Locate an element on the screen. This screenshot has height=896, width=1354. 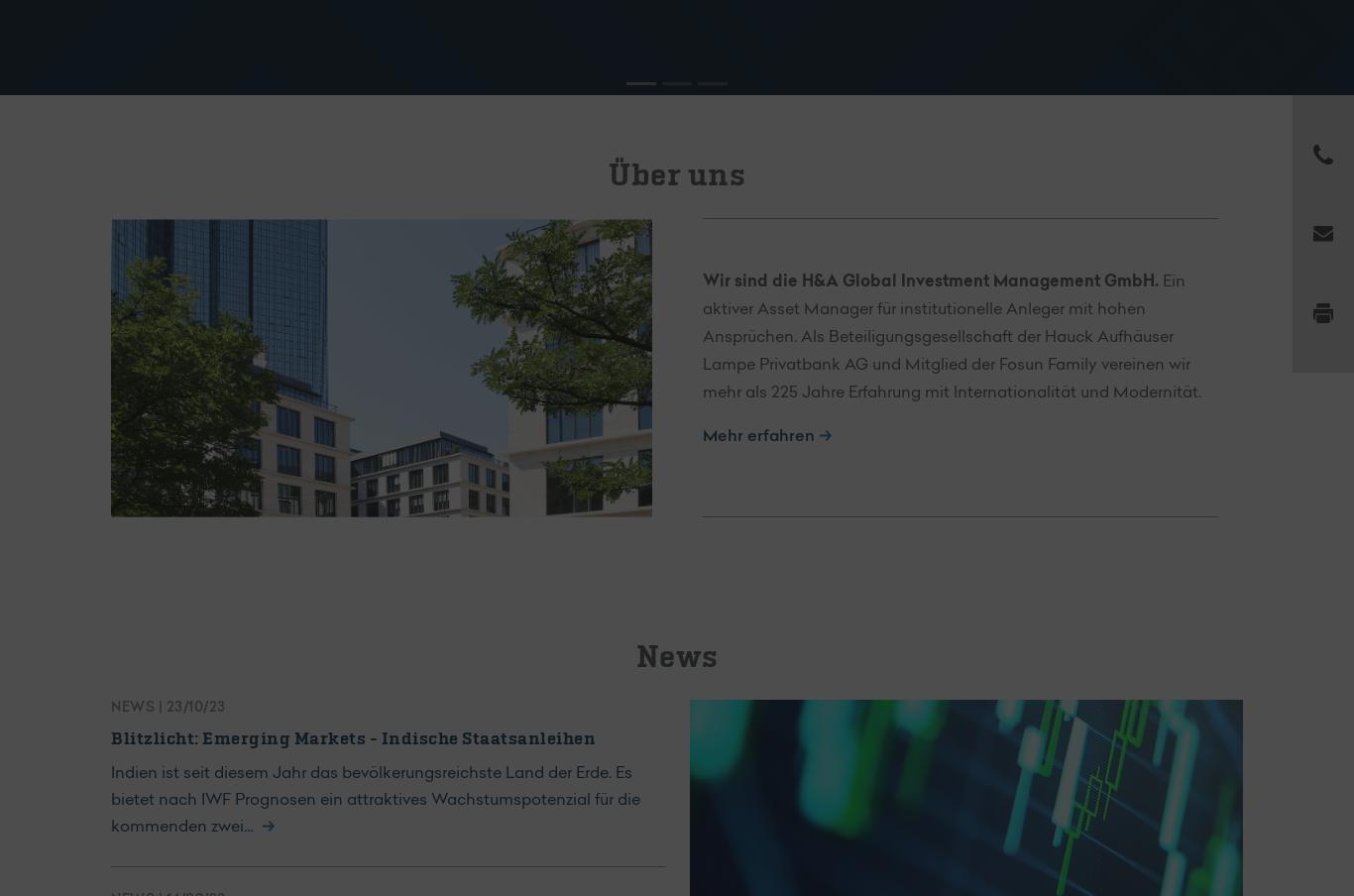
'Über uns' is located at coordinates (677, 175).